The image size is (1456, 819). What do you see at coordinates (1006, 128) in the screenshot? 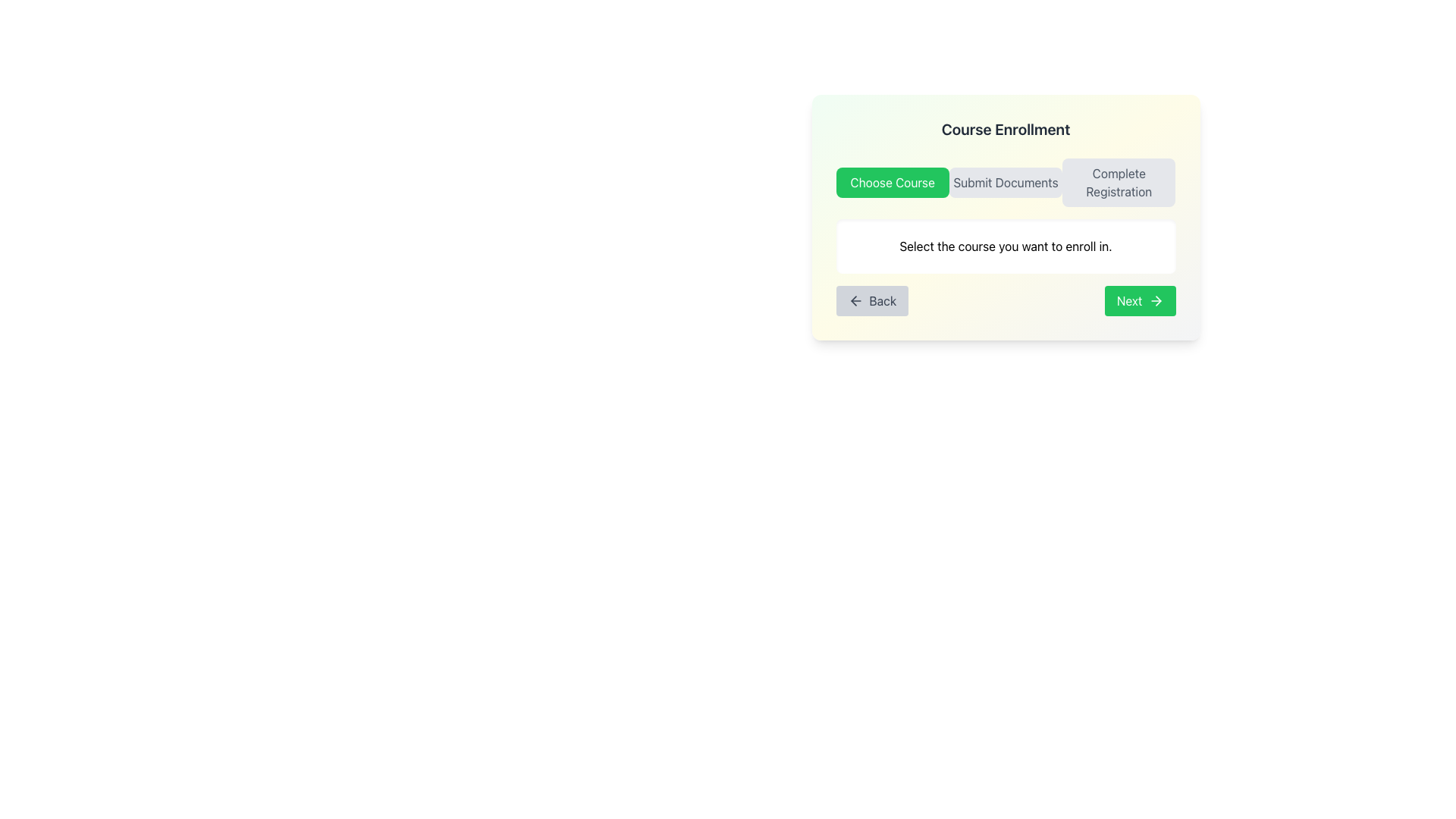
I see `the Text Label that serves as a title or heading, providing context to the content below it` at bounding box center [1006, 128].